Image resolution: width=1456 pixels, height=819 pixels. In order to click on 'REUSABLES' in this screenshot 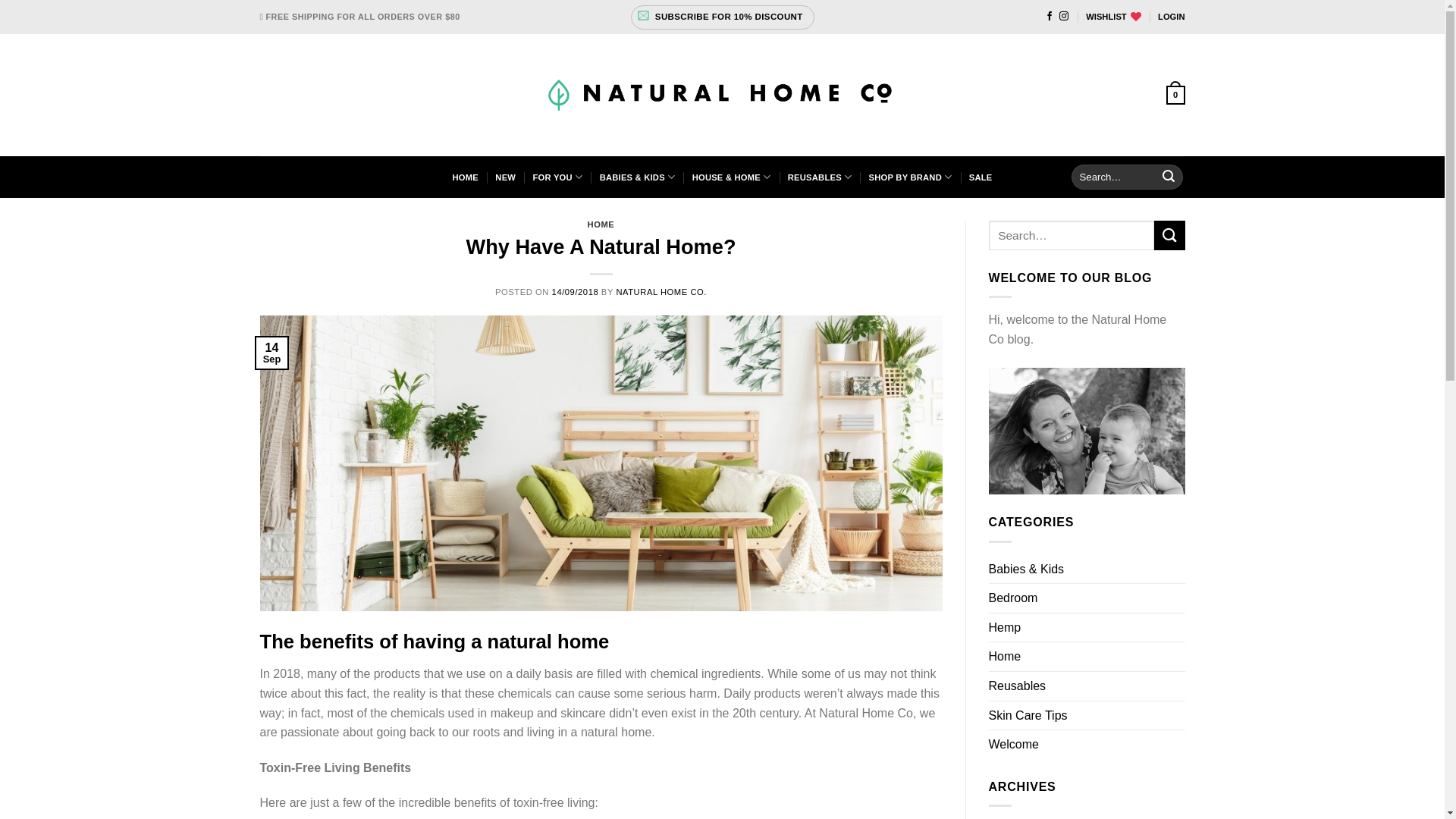, I will do `click(787, 176)`.